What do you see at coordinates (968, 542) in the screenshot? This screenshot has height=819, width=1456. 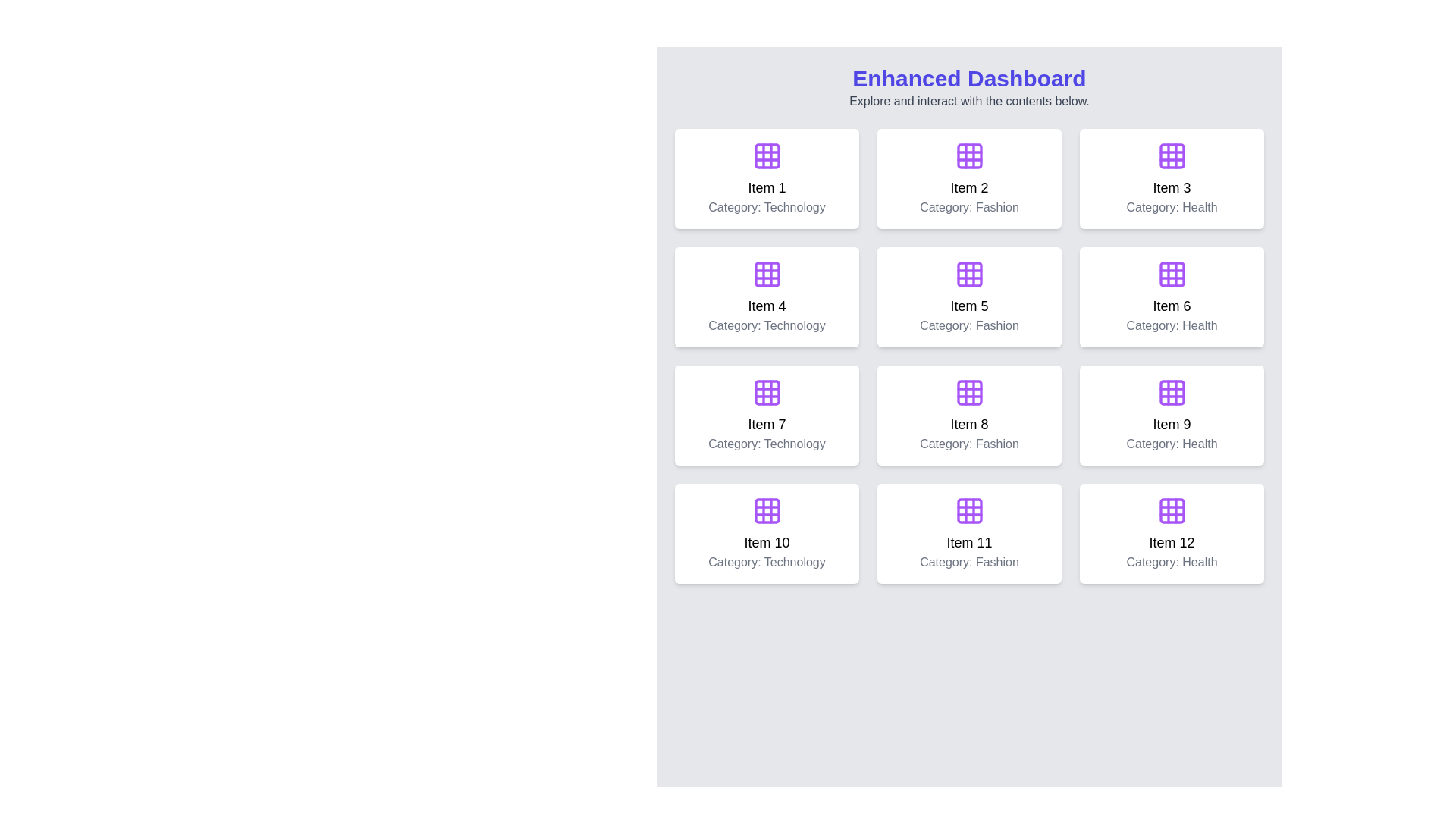 I see `the Text element displaying 'Item 11' which is part of a dashboard grid layout, positioned between 'Item 10' and 'Item 12'` at bounding box center [968, 542].